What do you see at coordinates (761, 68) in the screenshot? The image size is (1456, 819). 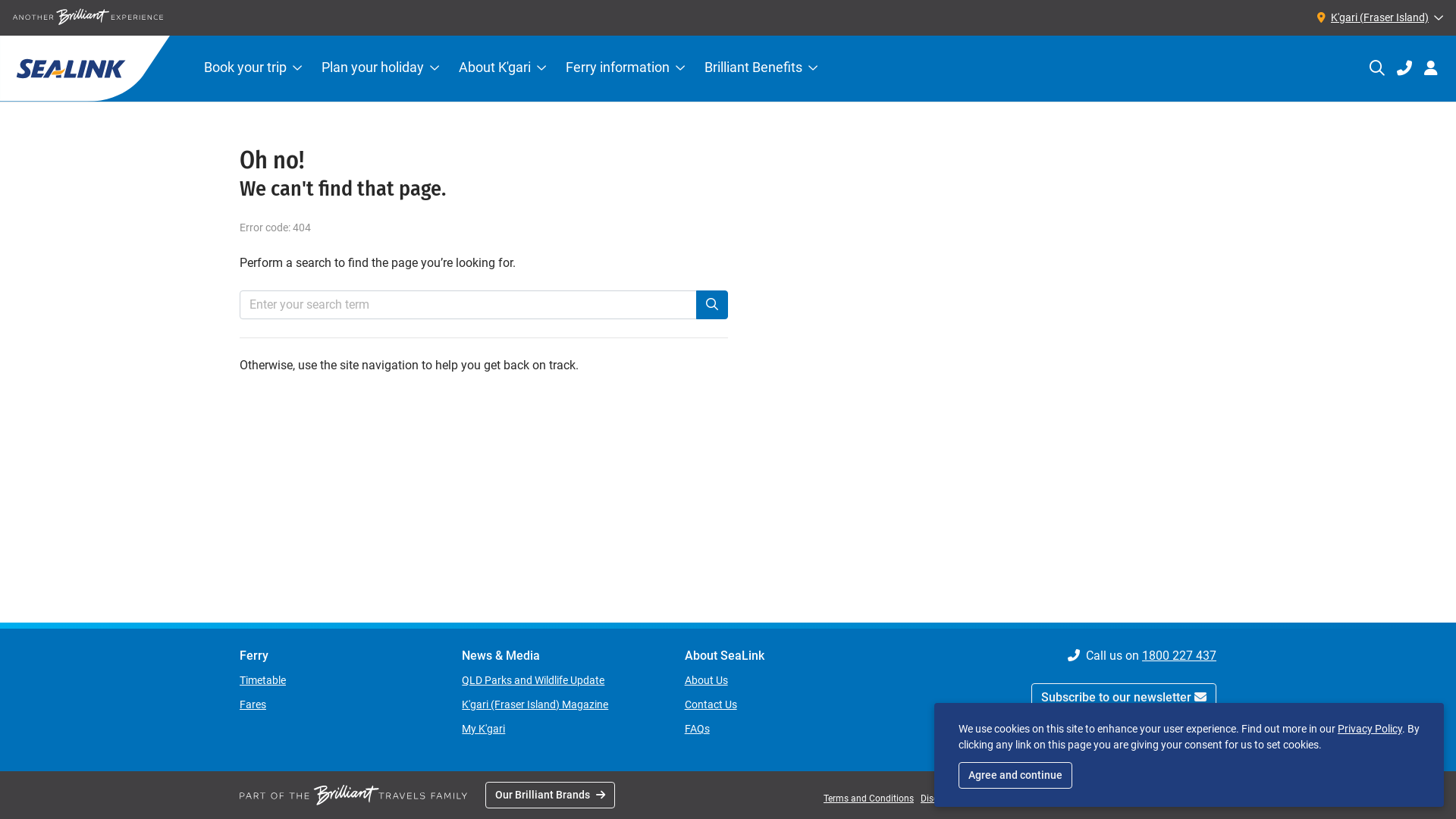 I see `'Brilliant Benefits'` at bounding box center [761, 68].